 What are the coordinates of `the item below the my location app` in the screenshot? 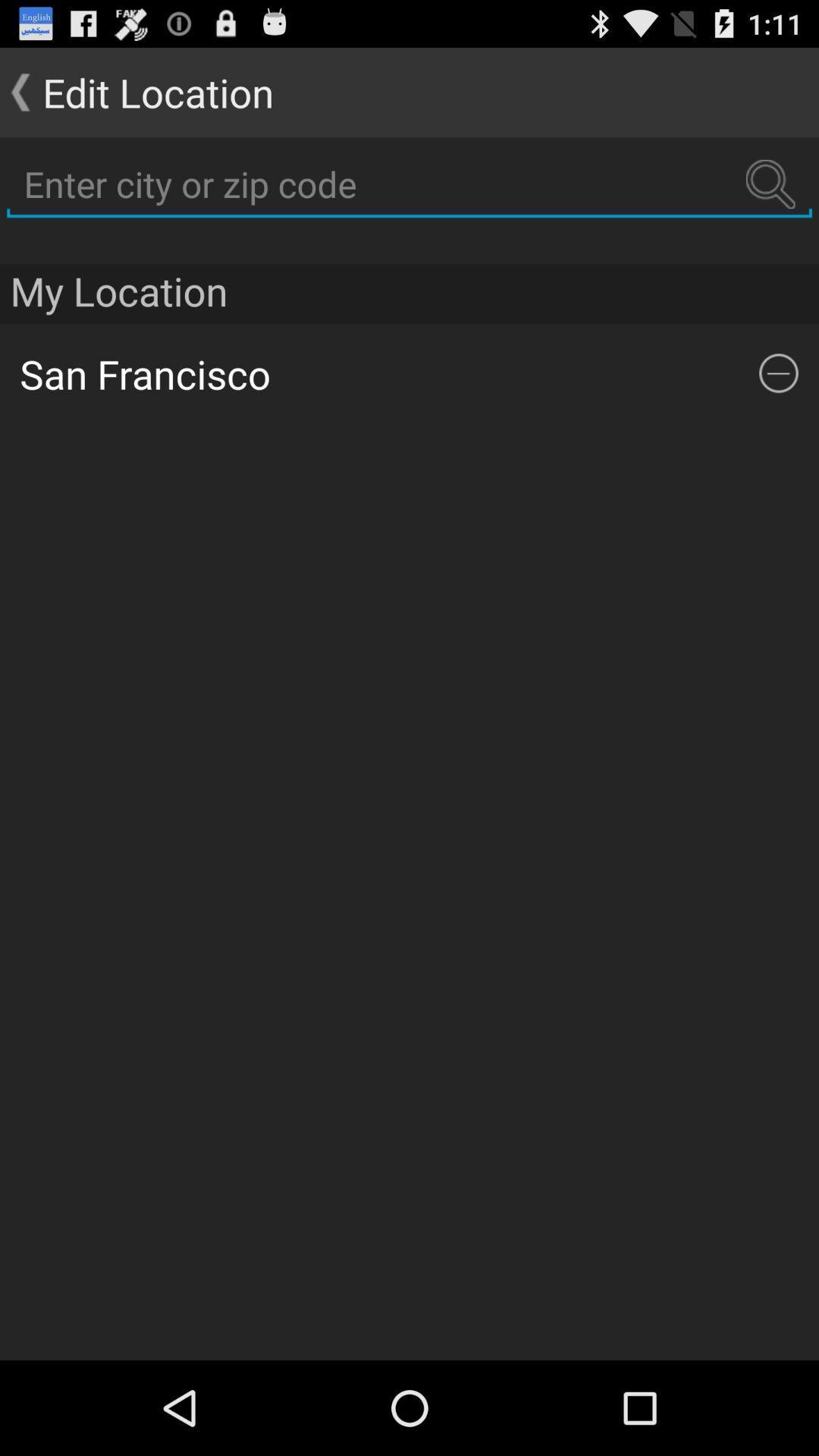 It's located at (398, 374).